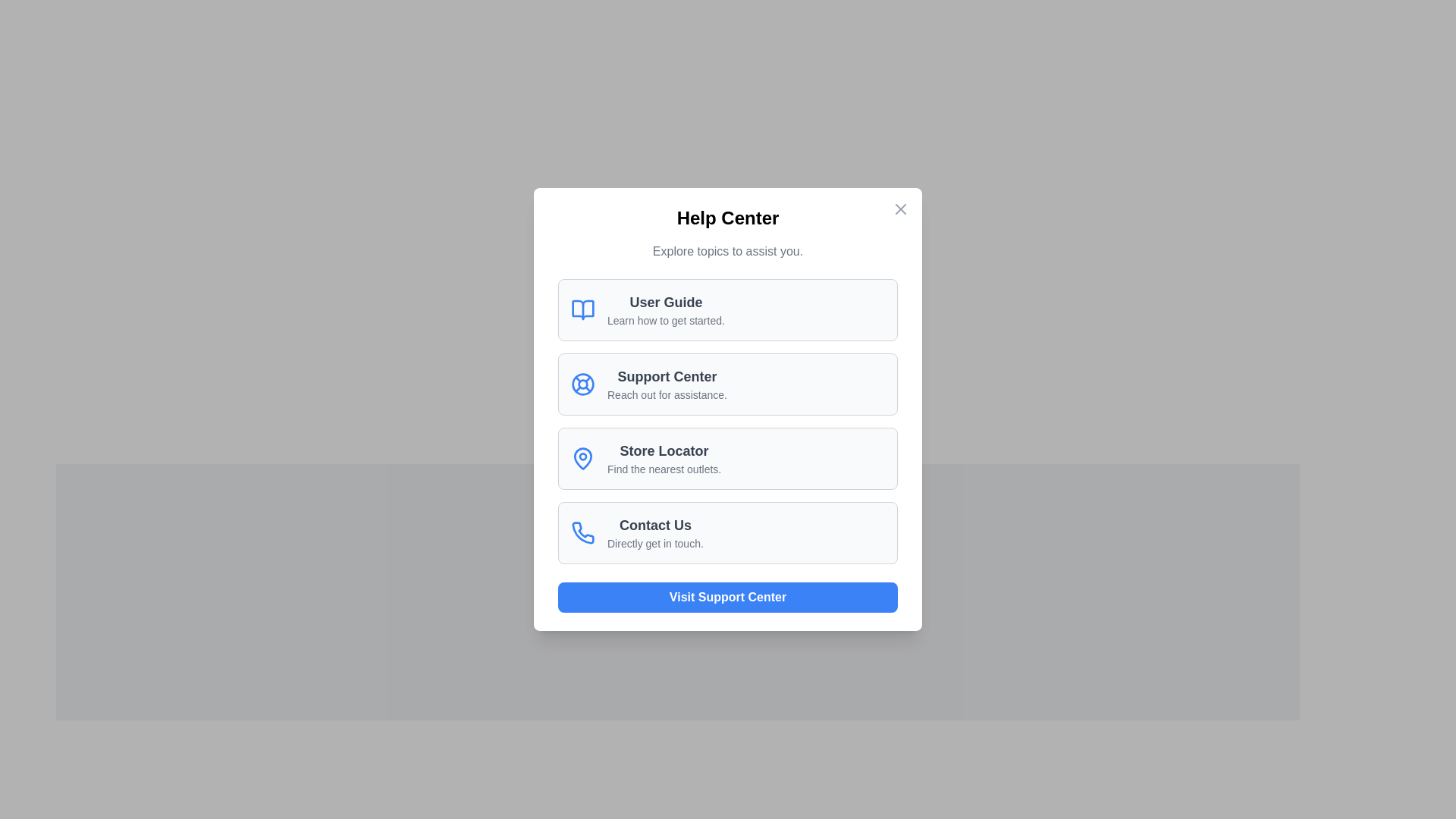 This screenshot has height=819, width=1456. What do you see at coordinates (664, 450) in the screenshot?
I see `the 'Store Locator' title text label in the Help Center interface, which is the main text of the third option in the card-like structure` at bounding box center [664, 450].